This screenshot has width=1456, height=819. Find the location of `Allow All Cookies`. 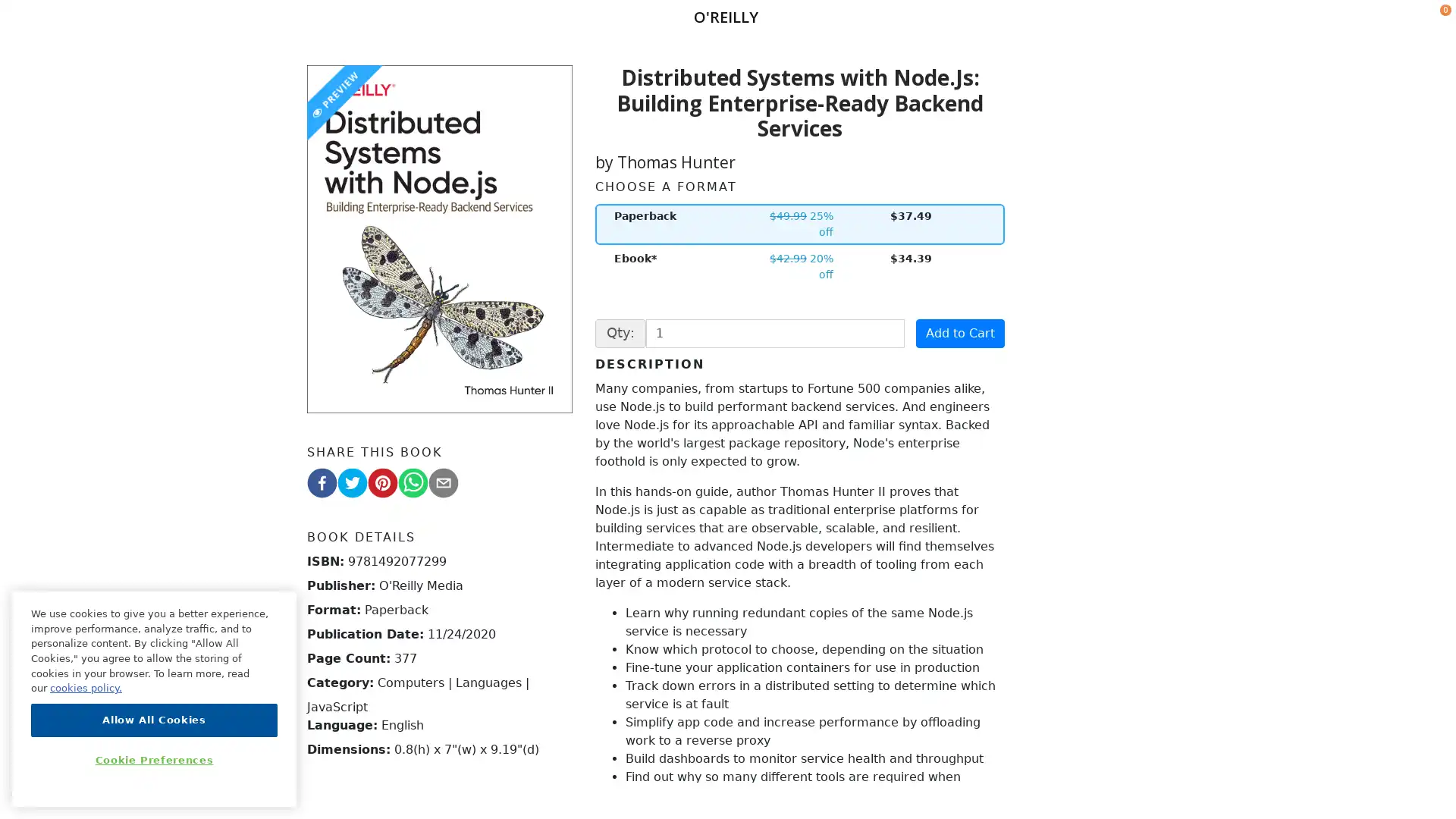

Allow All Cookies is located at coordinates (154, 719).